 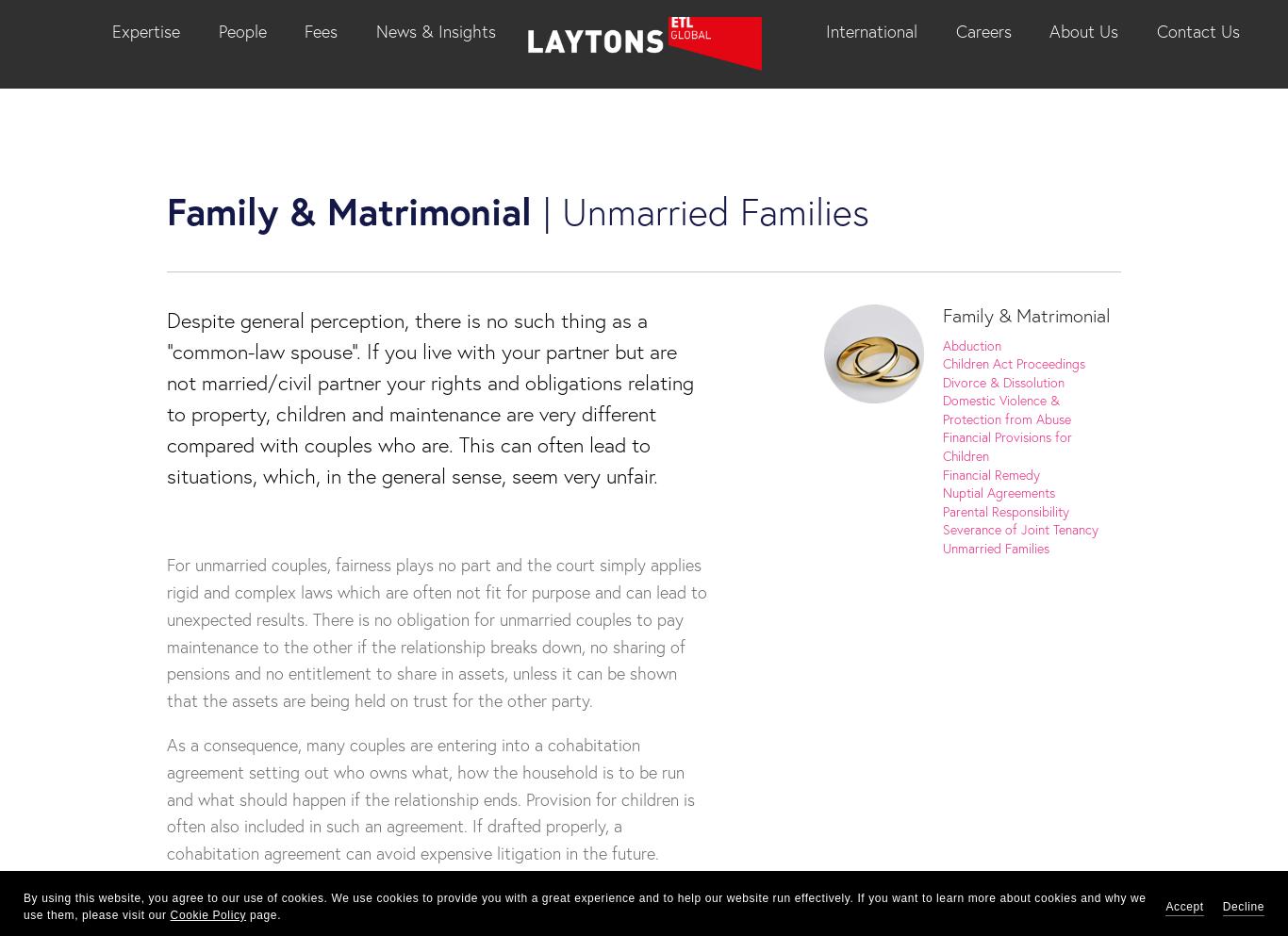 I want to click on 'Parental Responsibility', so click(x=1004, y=509).